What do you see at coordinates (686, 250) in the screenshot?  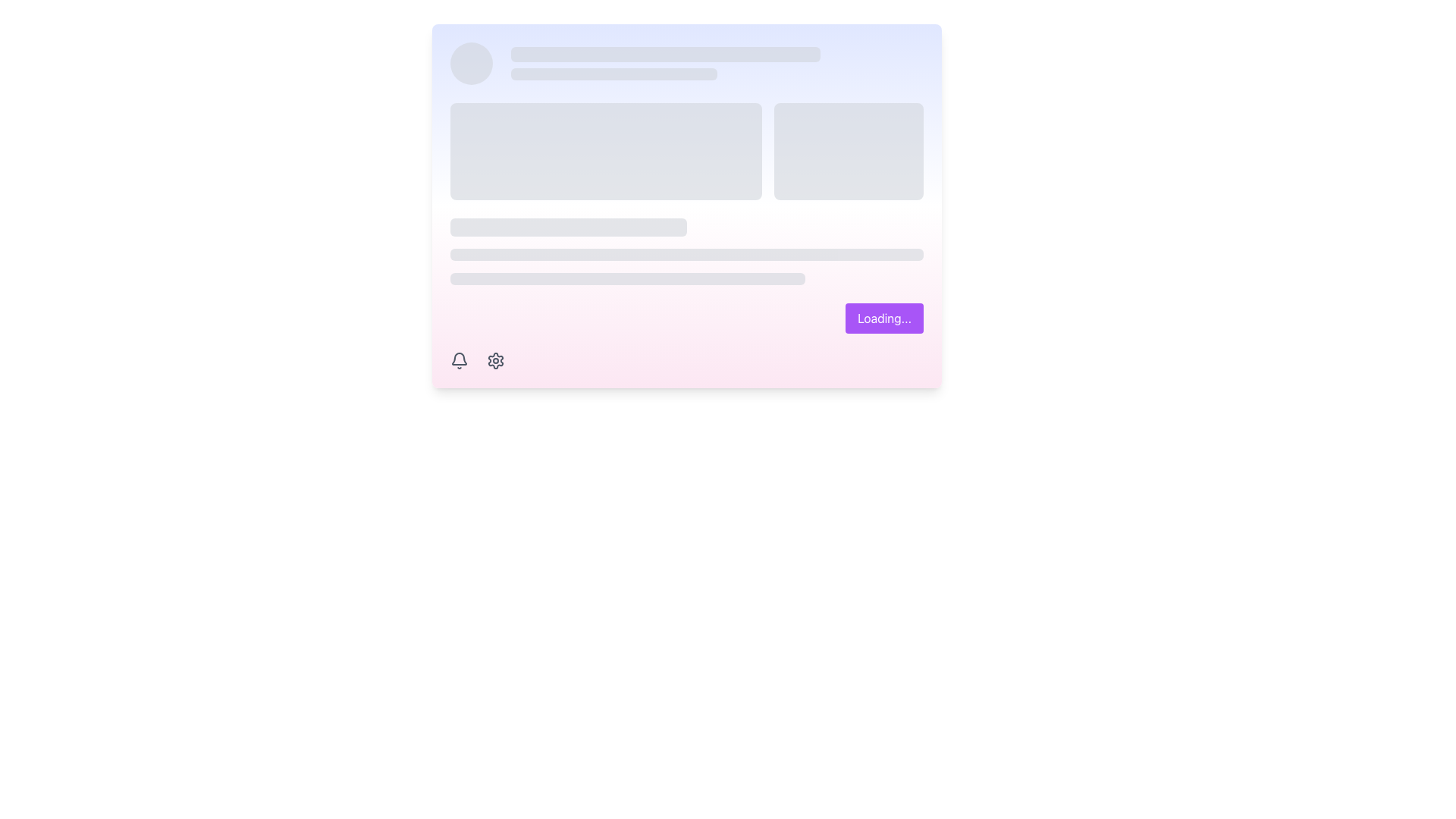 I see `the loading animation of the vertical stack of three light gray placeholders with rounded corners, positioned above the bottom row of buttons` at bounding box center [686, 250].